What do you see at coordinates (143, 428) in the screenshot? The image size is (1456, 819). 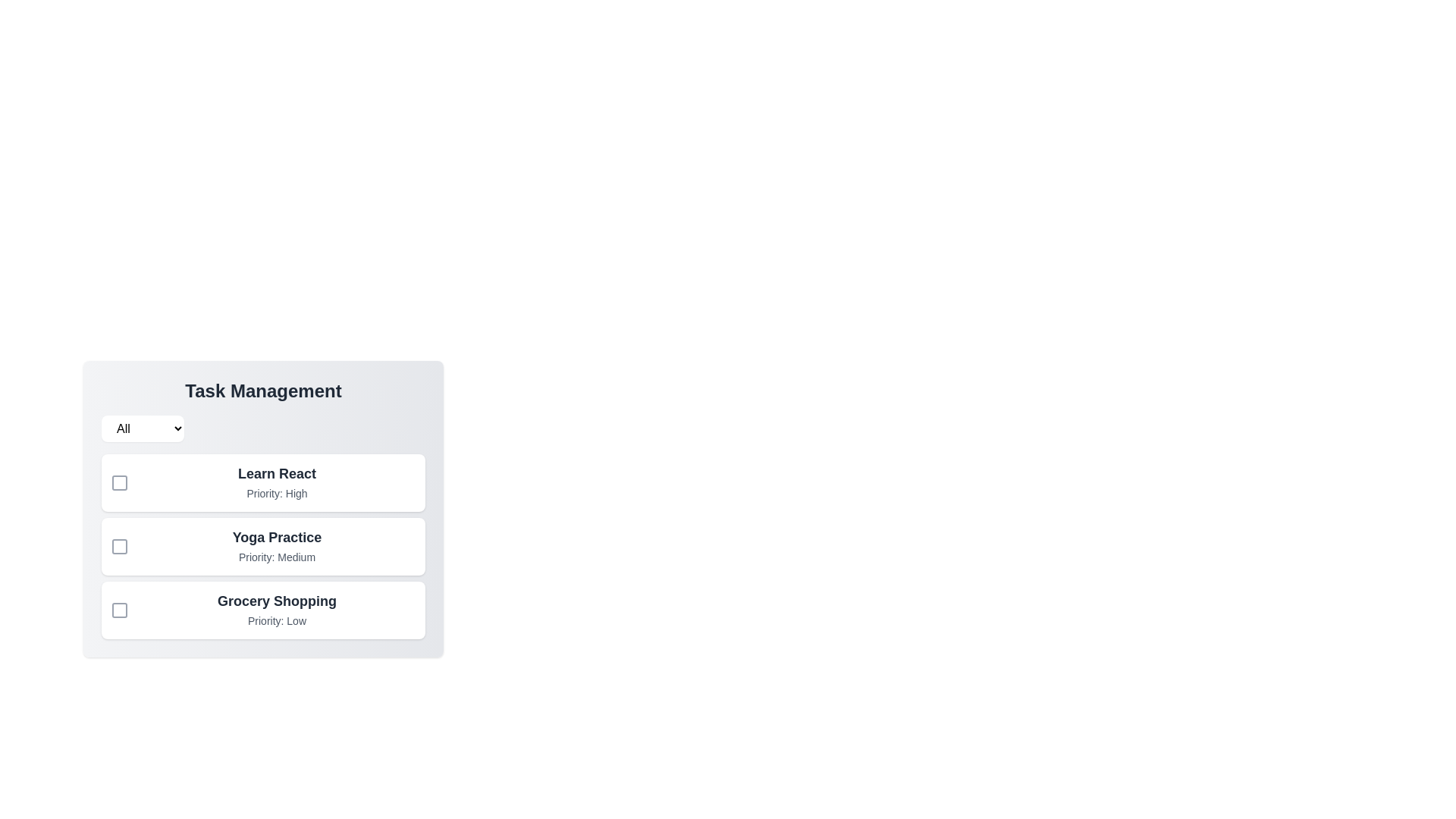 I see `the priority filter to Medium from the dropdown menu` at bounding box center [143, 428].